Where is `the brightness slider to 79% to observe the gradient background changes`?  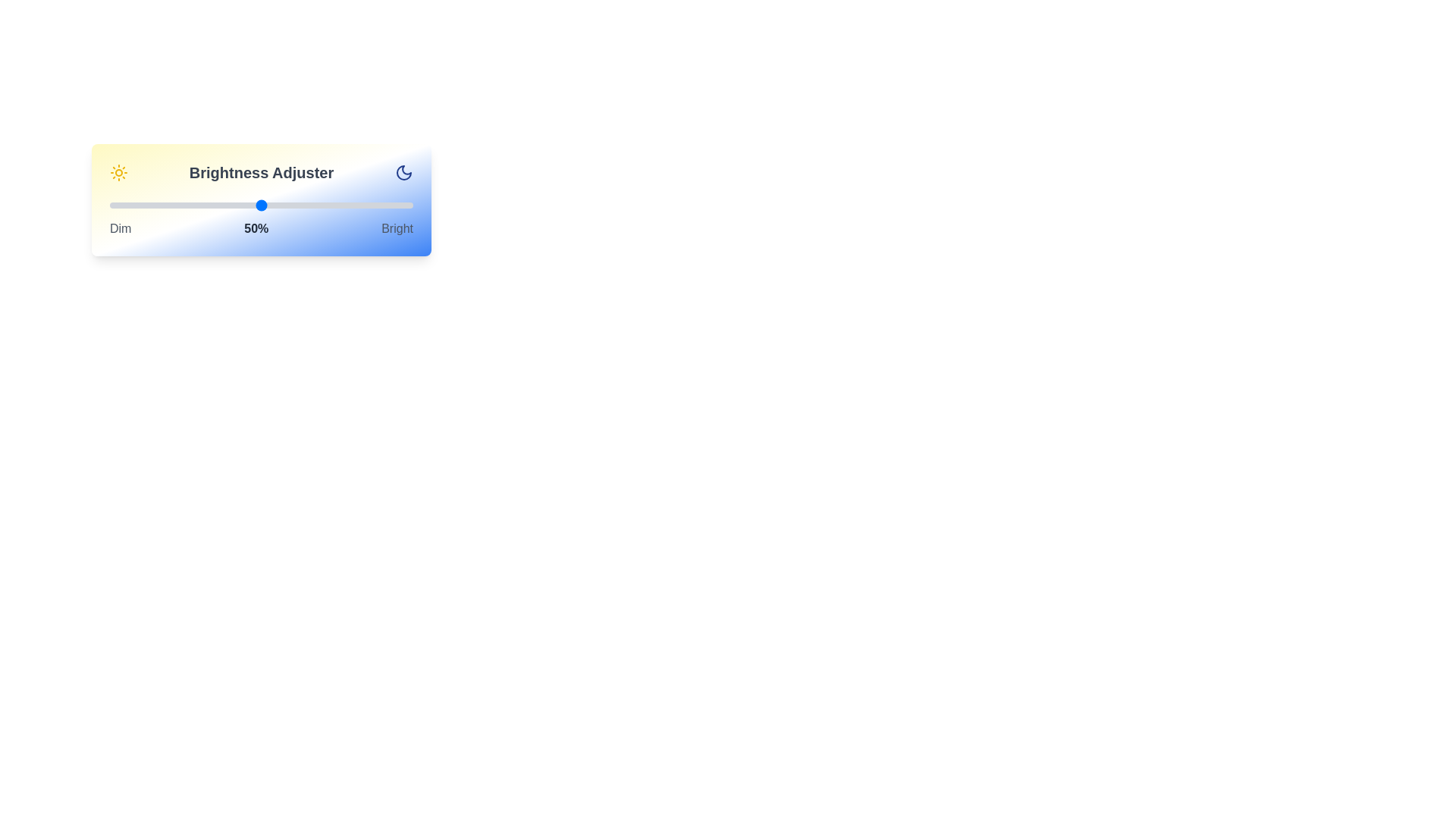 the brightness slider to 79% to observe the gradient background changes is located at coordinates (348, 205).